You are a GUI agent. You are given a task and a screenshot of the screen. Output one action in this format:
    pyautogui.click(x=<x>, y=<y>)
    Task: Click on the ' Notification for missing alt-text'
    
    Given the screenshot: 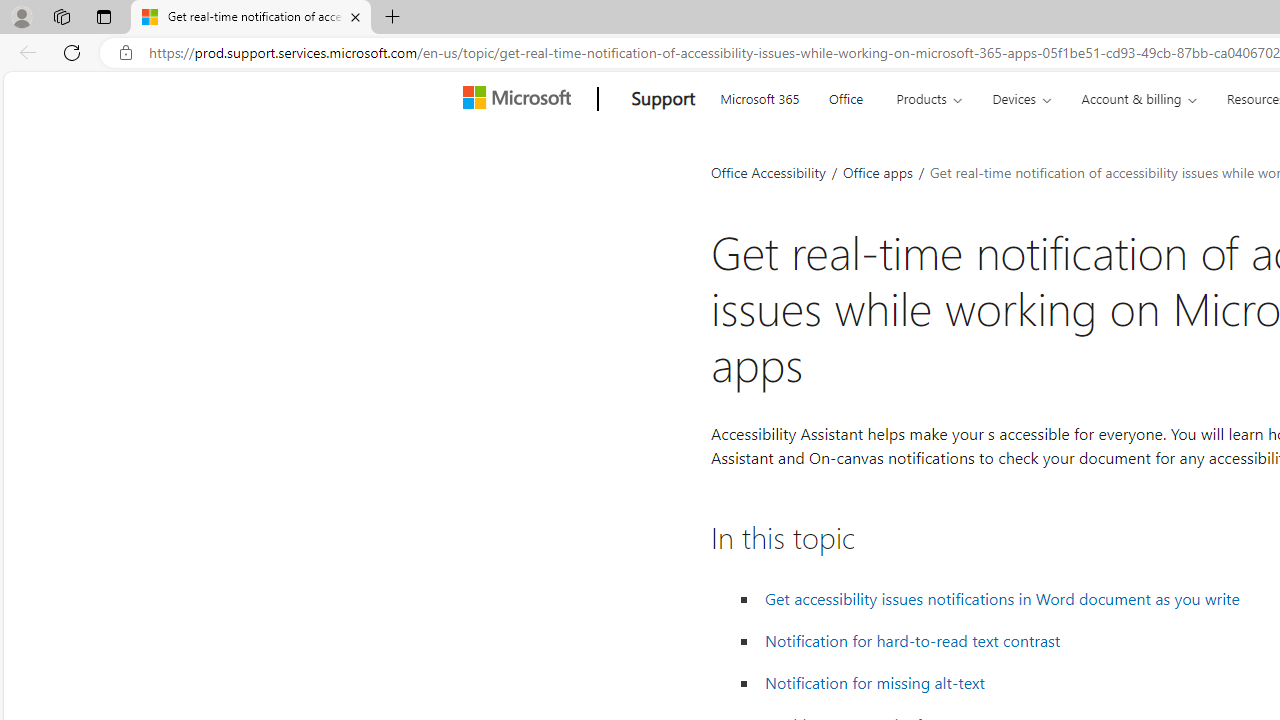 What is the action you would take?
    pyautogui.click(x=875, y=681)
    